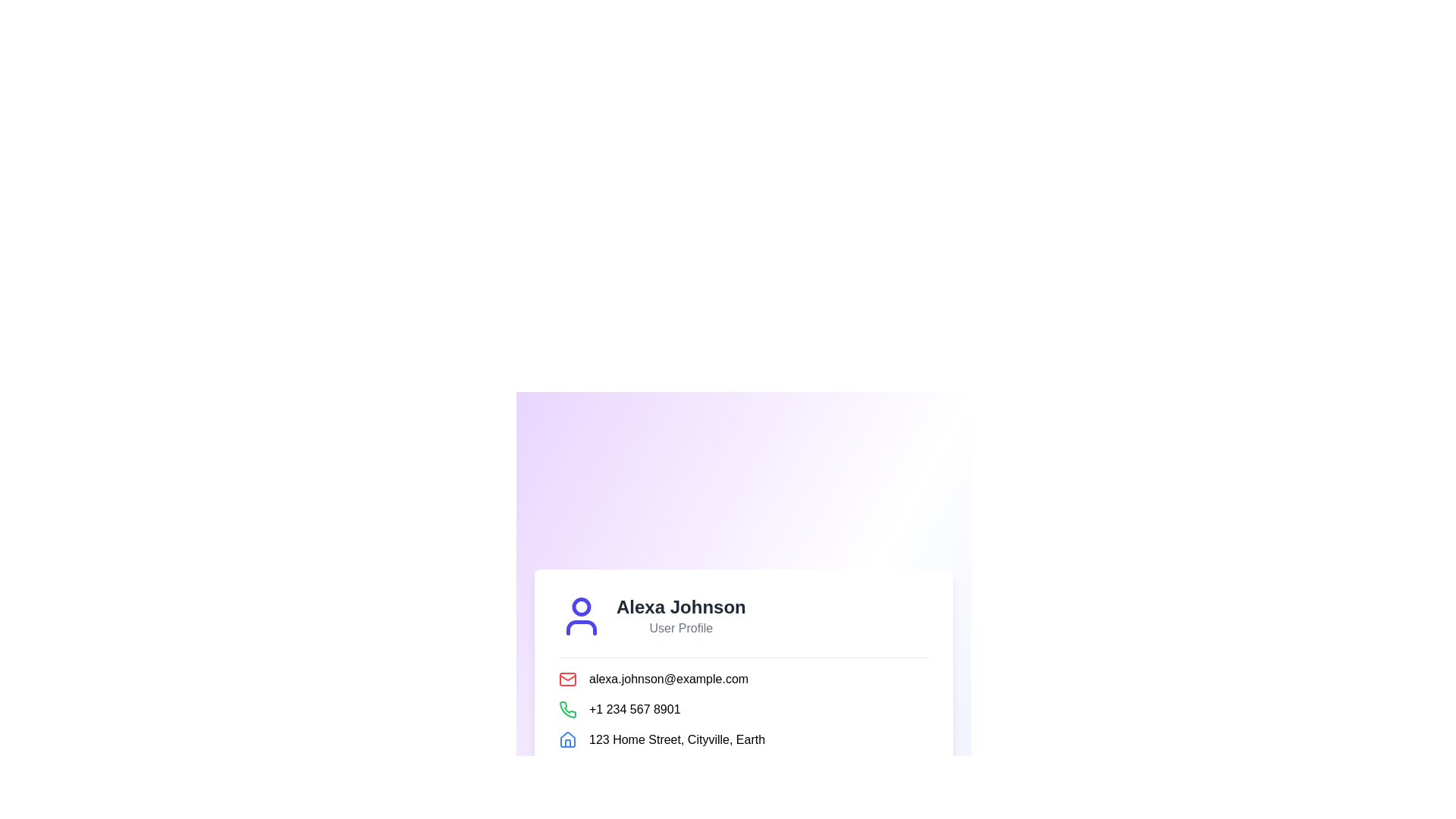 The height and width of the screenshot is (819, 1456). I want to click on the Profile header section, which displays the user's profile image, name, and role, located at the upper portion of a card-like section with a white background, so click(743, 616).